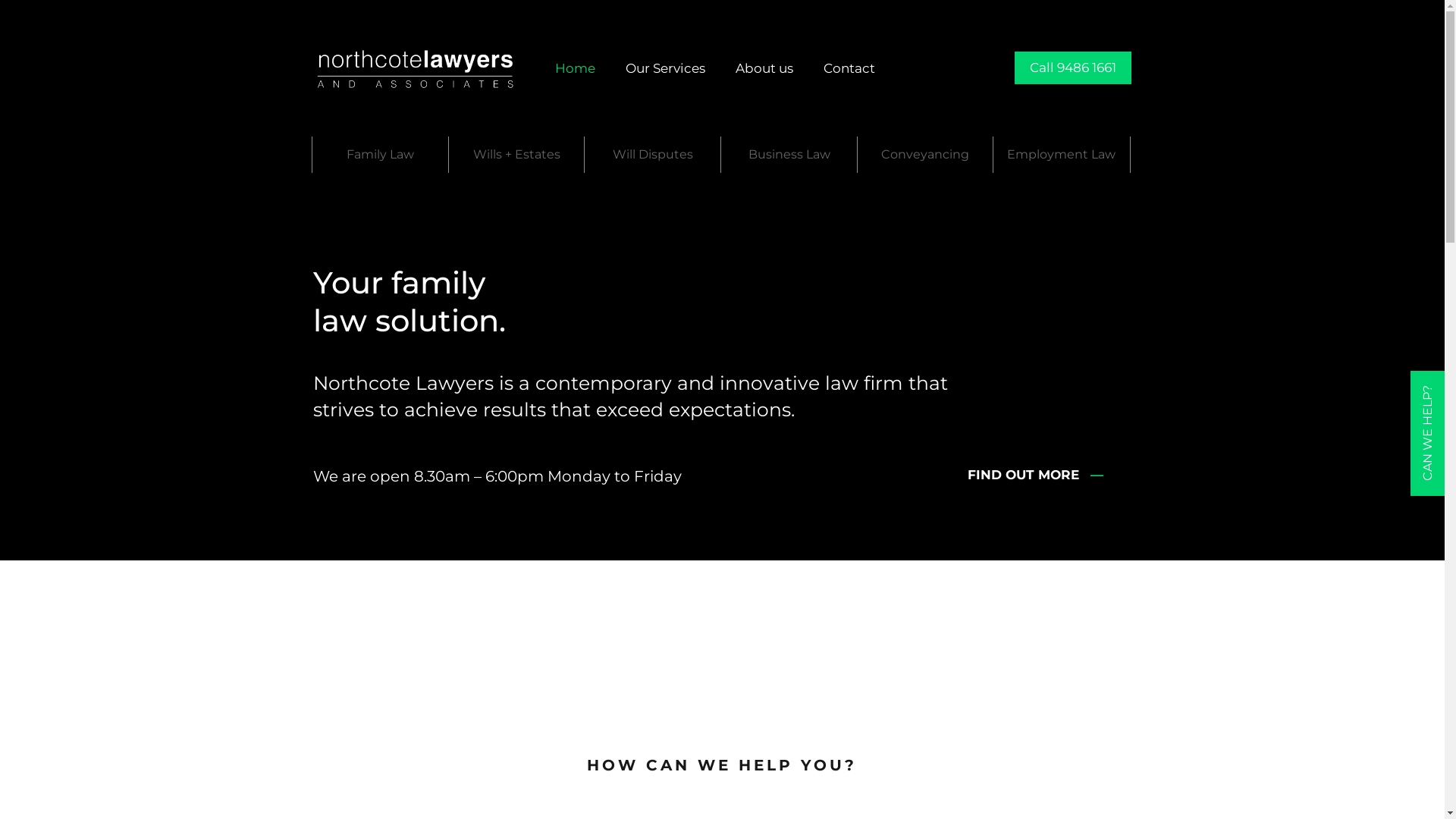  What do you see at coordinates (652, 155) in the screenshot?
I see `'Will Disputes'` at bounding box center [652, 155].